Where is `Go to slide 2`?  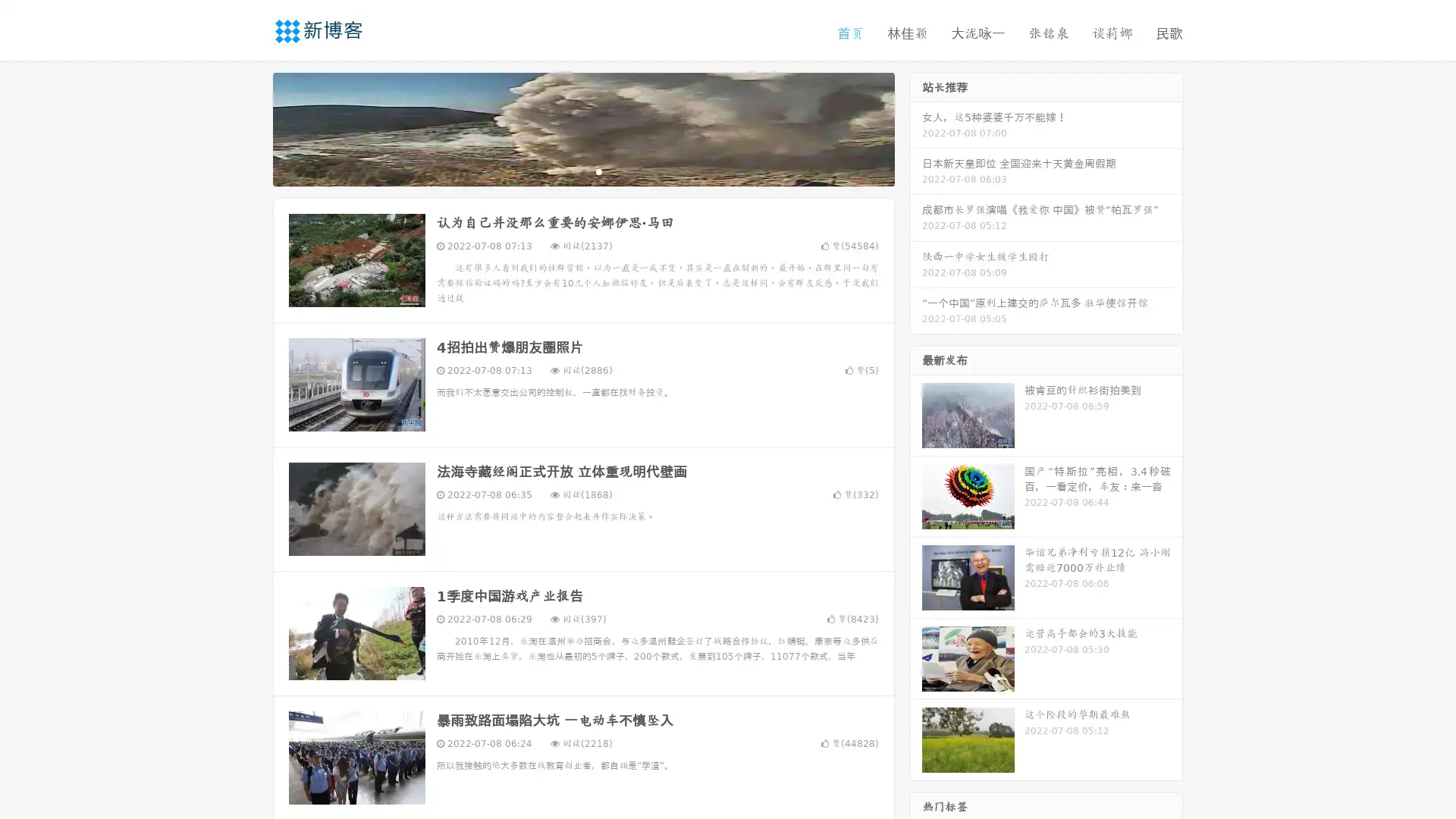 Go to slide 2 is located at coordinates (582, 171).